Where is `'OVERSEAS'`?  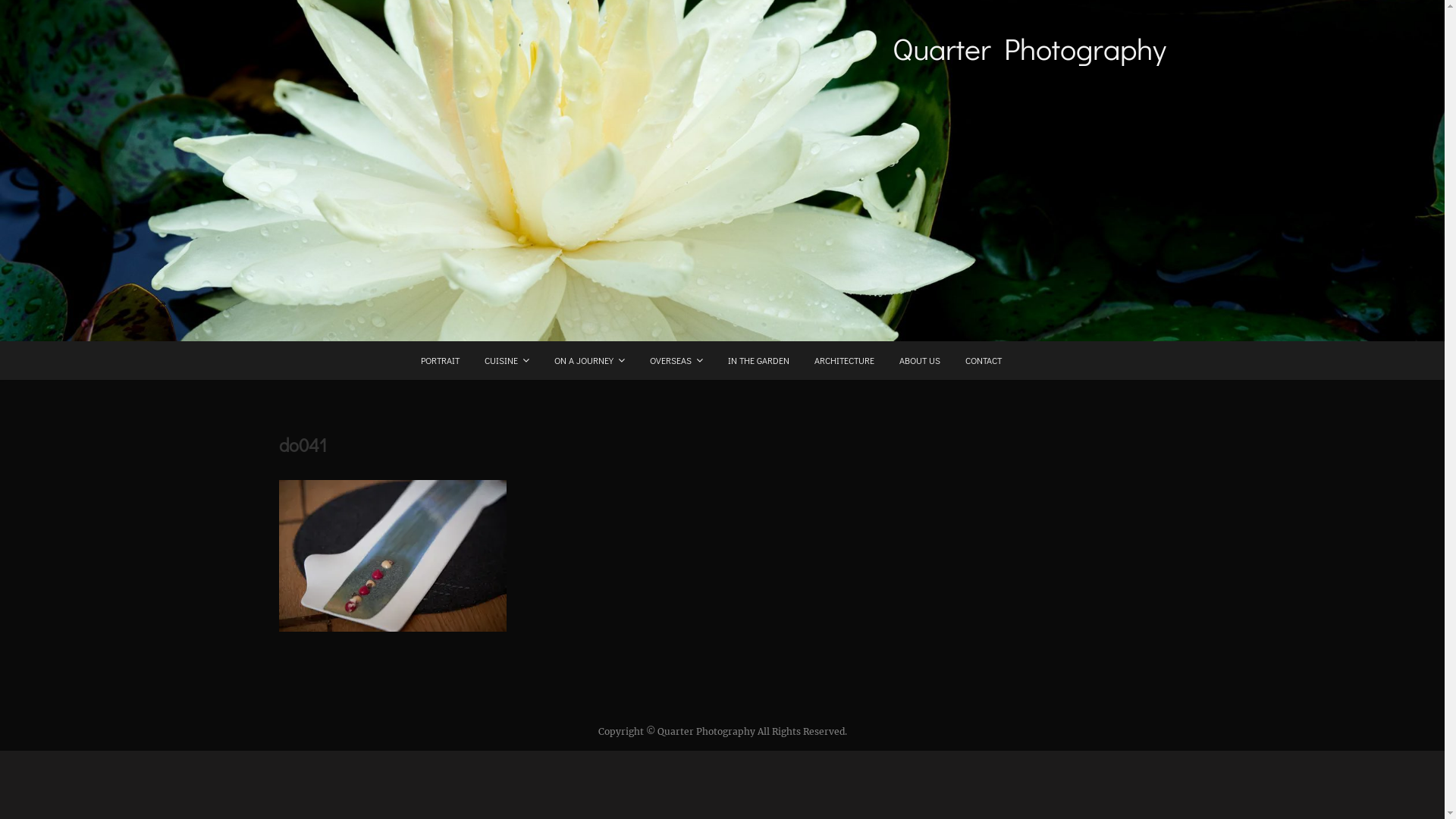
'OVERSEAS' is located at coordinates (638, 360).